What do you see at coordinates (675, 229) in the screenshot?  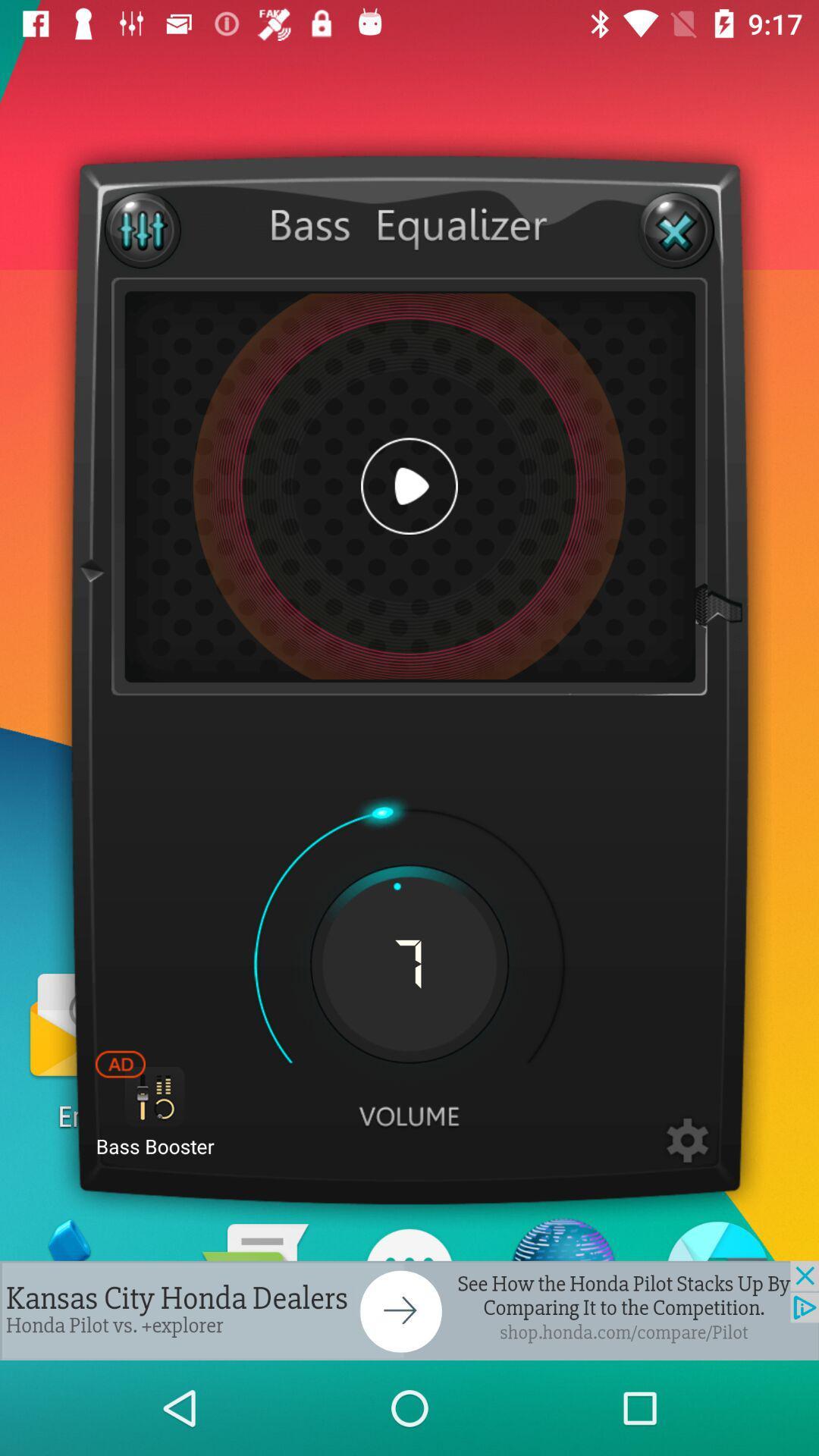 I see `the equalizer` at bounding box center [675, 229].